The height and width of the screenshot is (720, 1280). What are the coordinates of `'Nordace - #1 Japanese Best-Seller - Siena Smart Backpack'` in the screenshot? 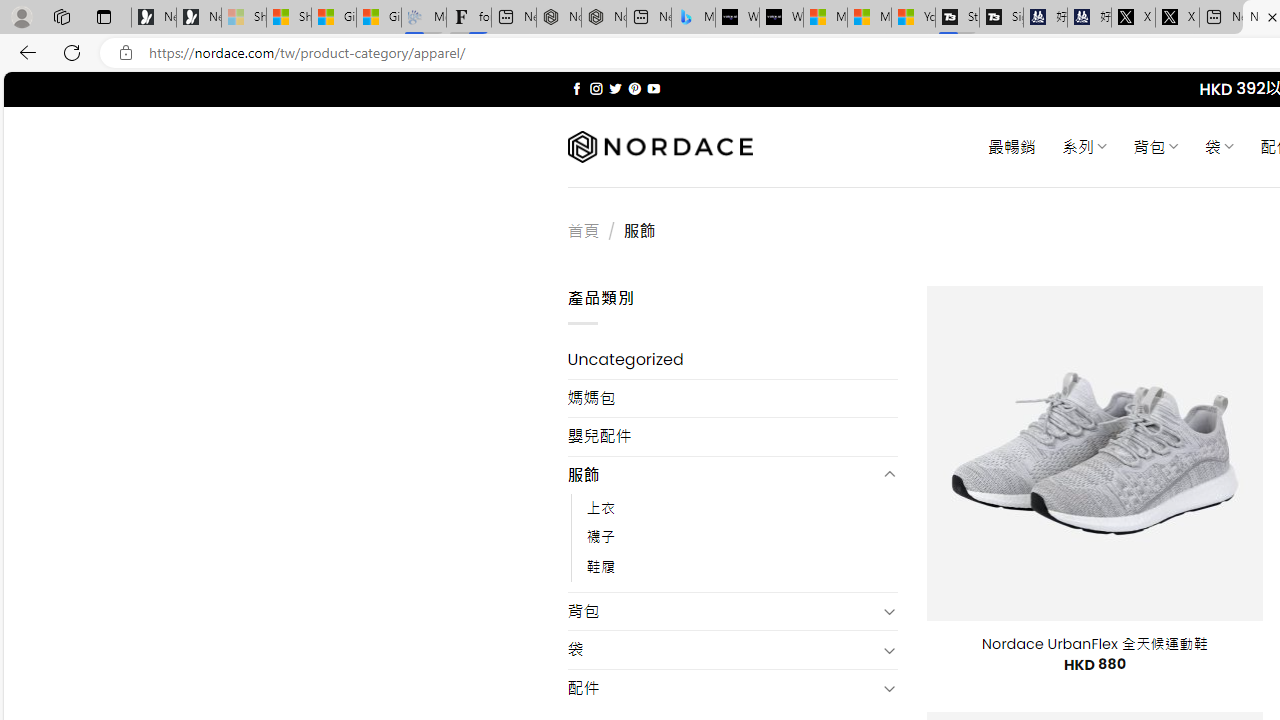 It's located at (603, 17).